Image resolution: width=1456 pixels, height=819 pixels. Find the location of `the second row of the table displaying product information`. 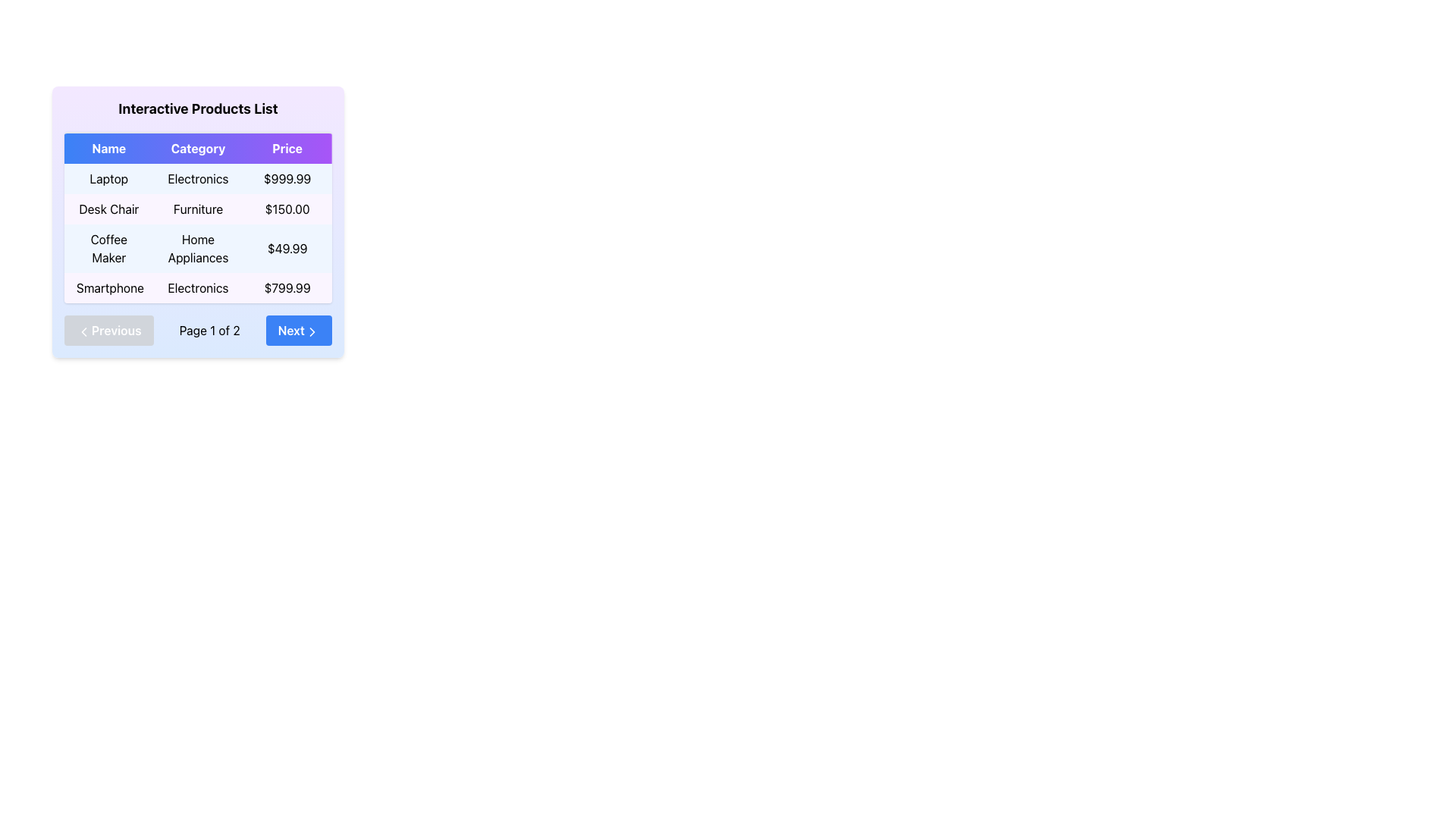

the second row of the table displaying product information is located at coordinates (197, 209).